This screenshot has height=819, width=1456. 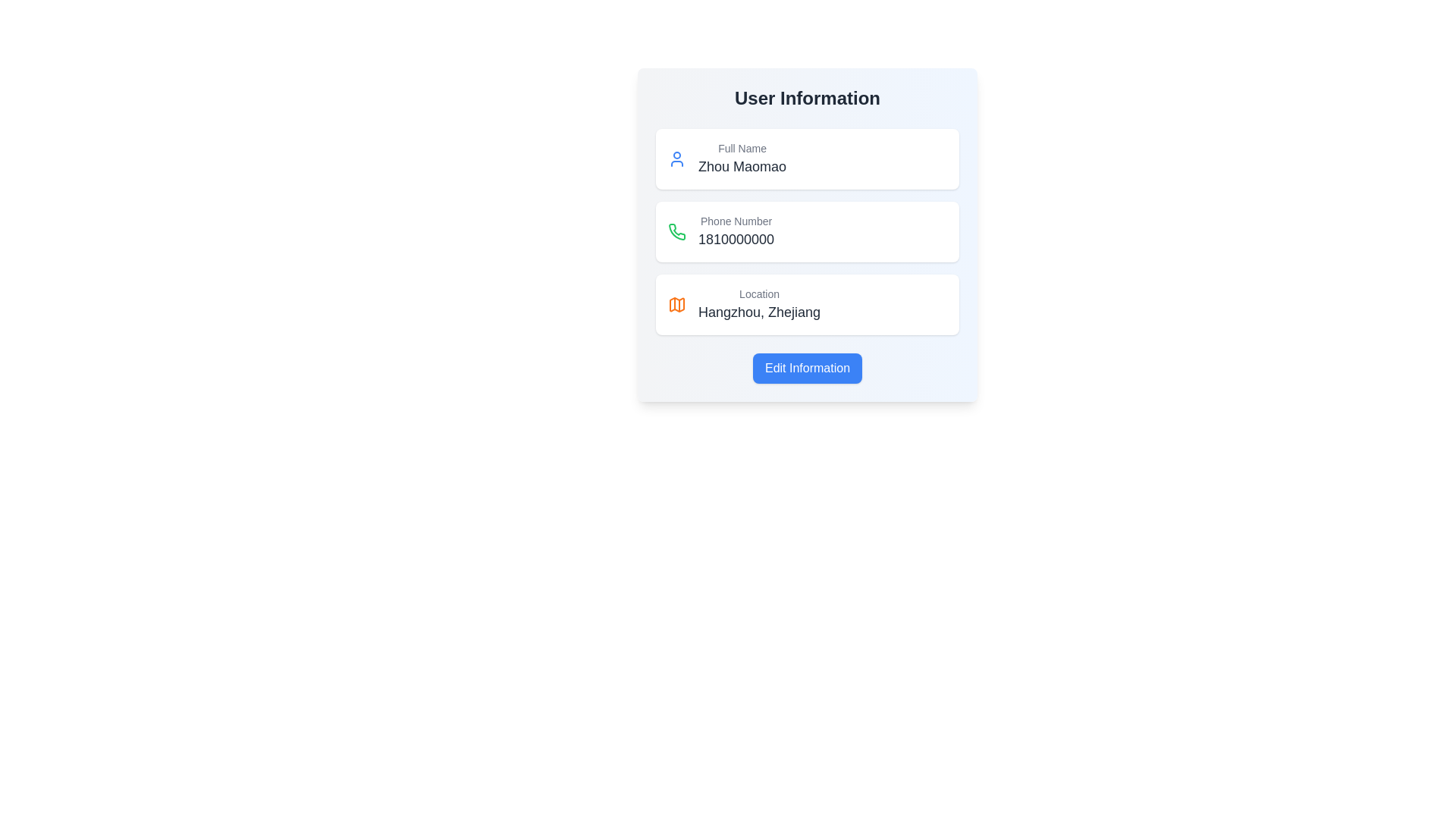 I want to click on the action button for editing user information, located at the bottom of the user details card, so click(x=807, y=369).